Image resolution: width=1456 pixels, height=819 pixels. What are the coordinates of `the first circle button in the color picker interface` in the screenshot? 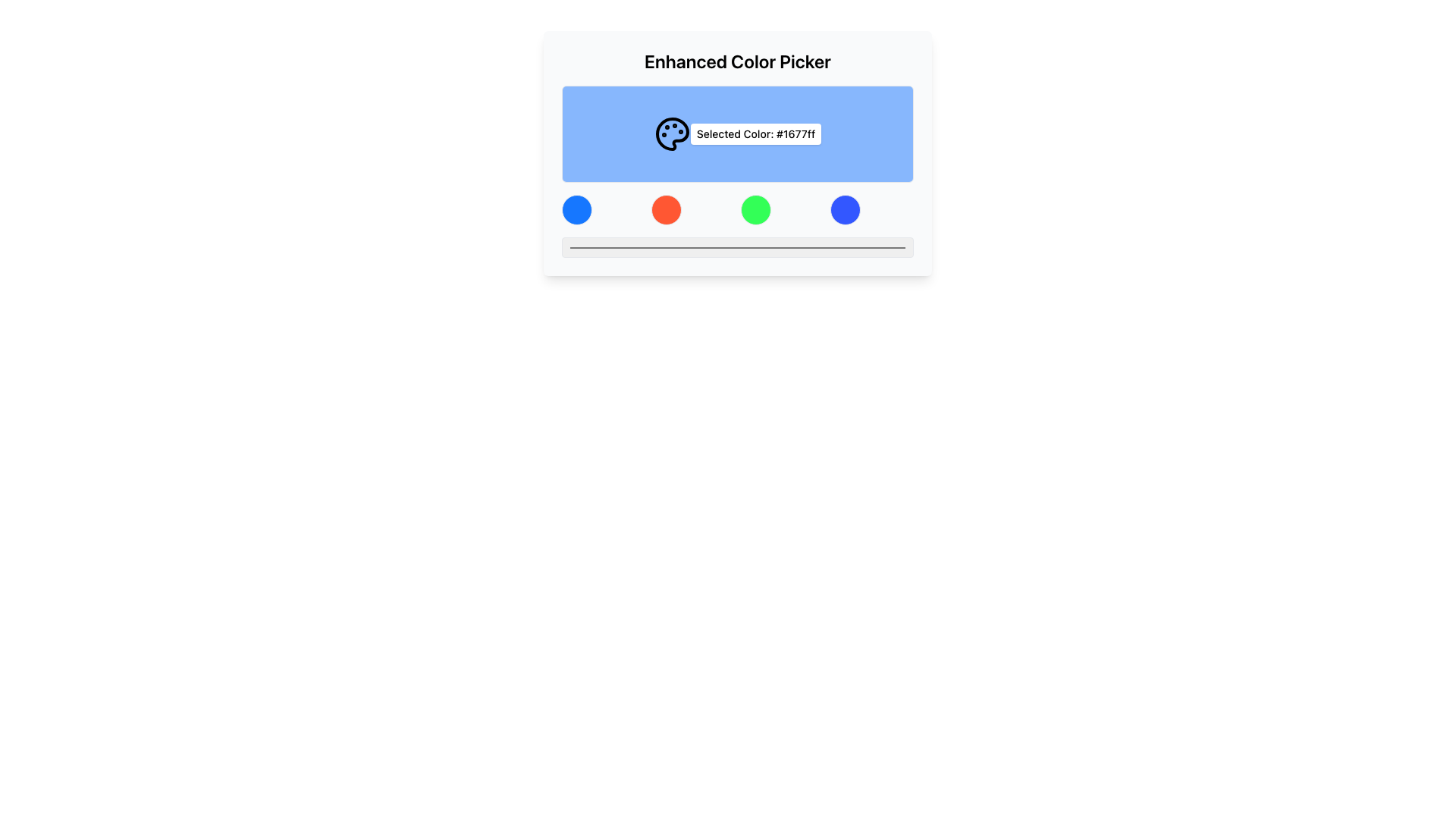 It's located at (576, 210).